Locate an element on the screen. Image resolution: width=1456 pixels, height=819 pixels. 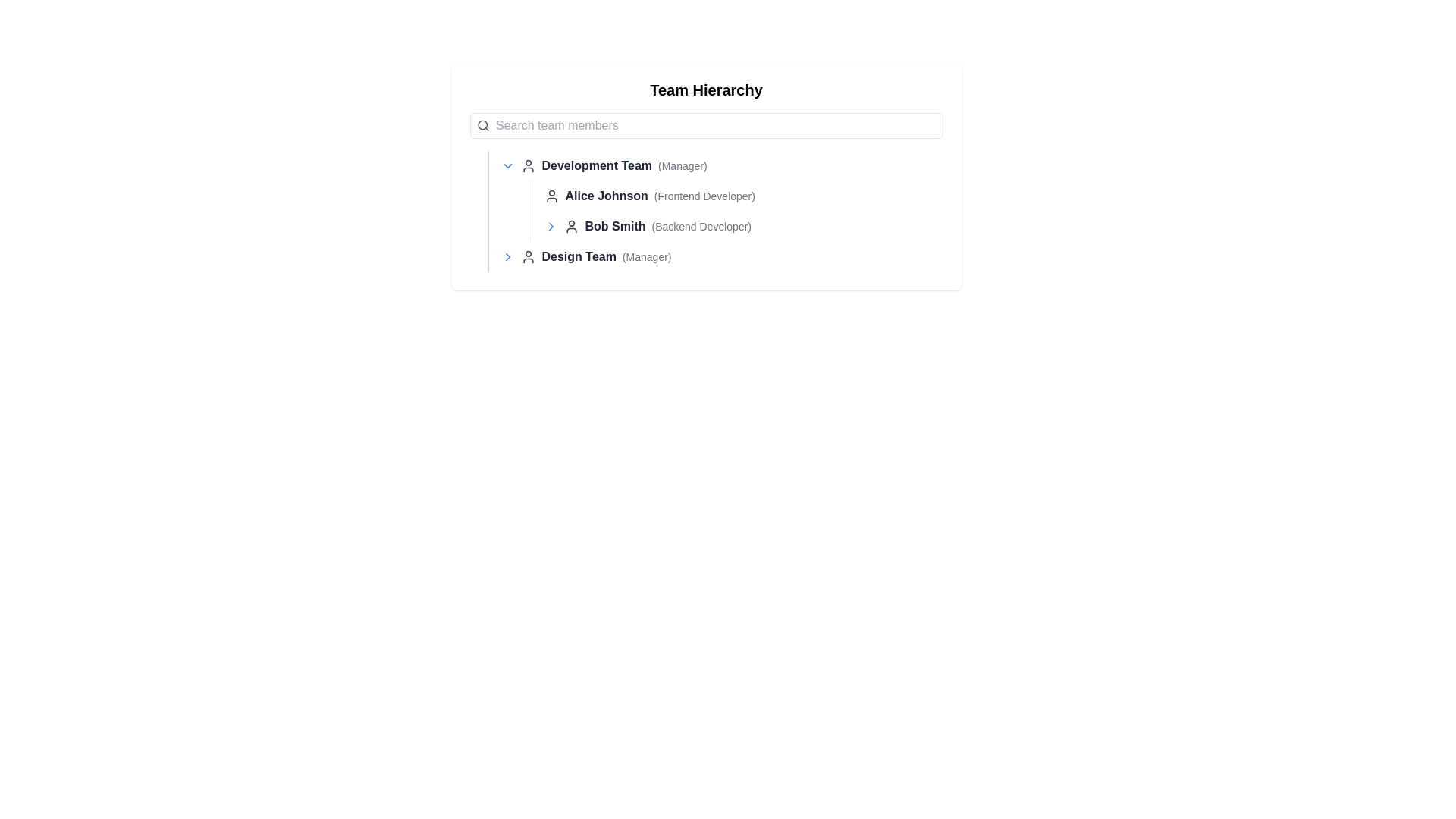
the text label element that displays '(Manager)' in gray color, which is positioned to the right of the 'Design Team' text in the 'Team Hierarchy' section is located at coordinates (647, 256).